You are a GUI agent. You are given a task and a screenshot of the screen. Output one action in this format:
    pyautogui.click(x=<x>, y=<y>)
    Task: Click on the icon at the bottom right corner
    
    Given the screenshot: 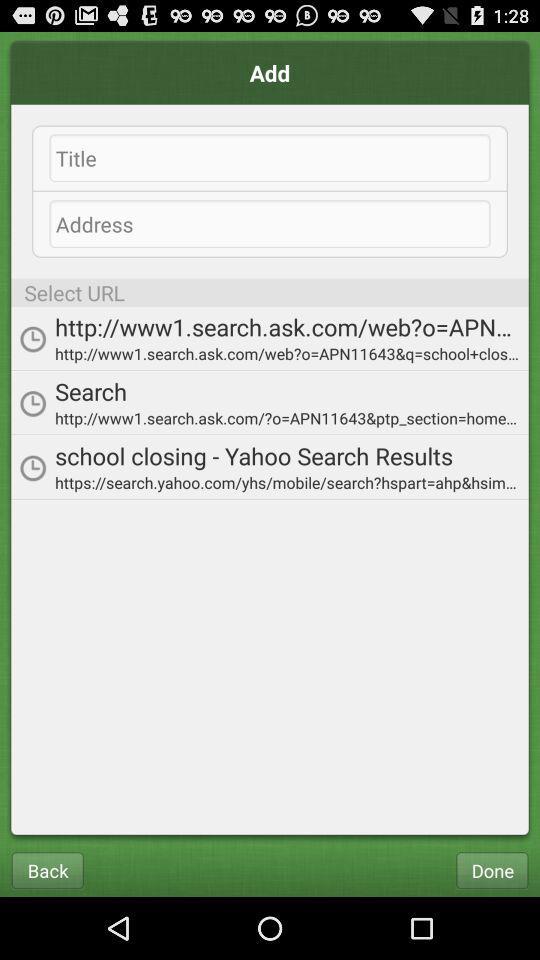 What is the action you would take?
    pyautogui.click(x=491, y=869)
    